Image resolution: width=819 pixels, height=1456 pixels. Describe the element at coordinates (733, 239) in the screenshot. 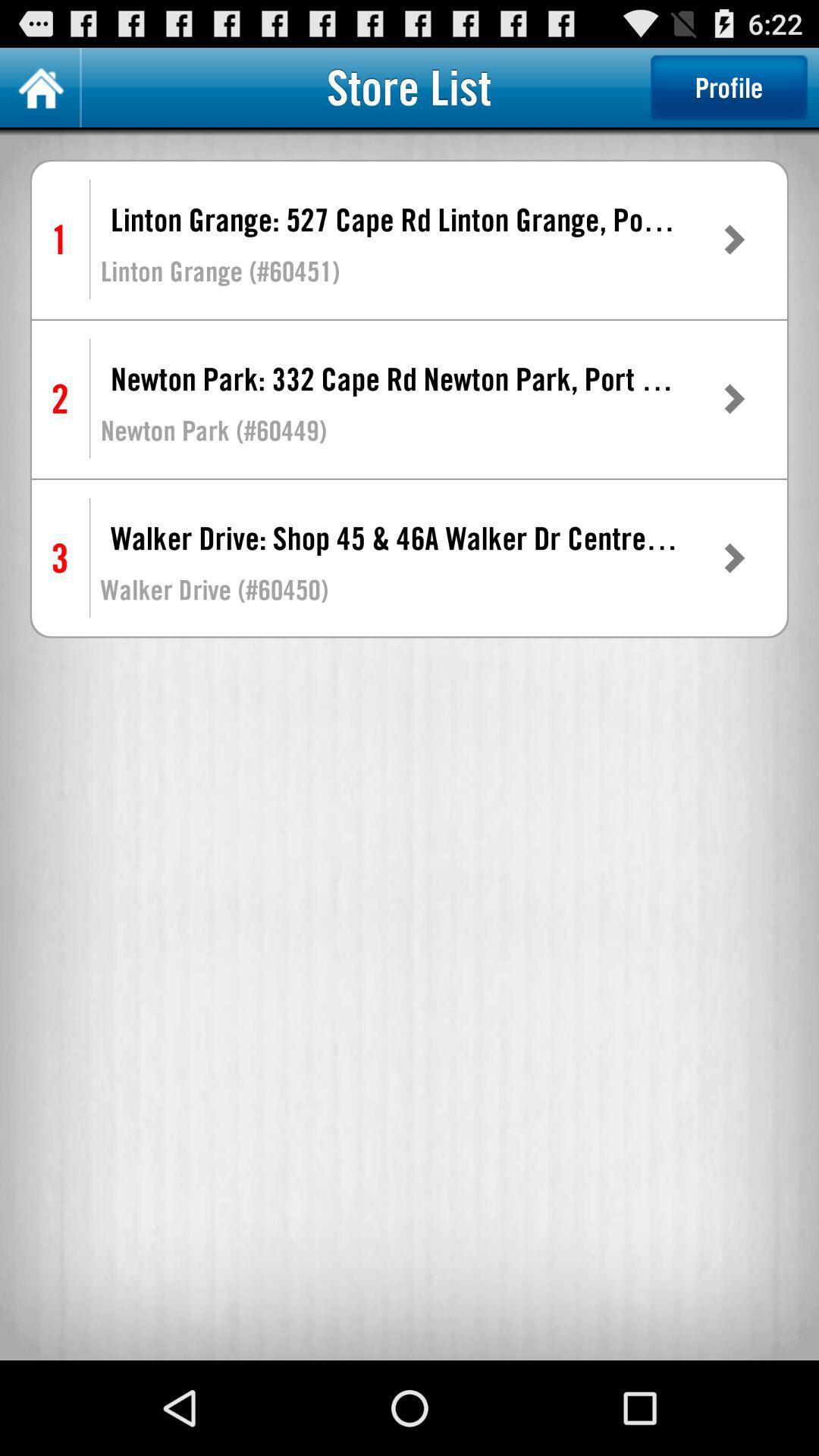

I see `item next to the linton grange 527 icon` at that location.